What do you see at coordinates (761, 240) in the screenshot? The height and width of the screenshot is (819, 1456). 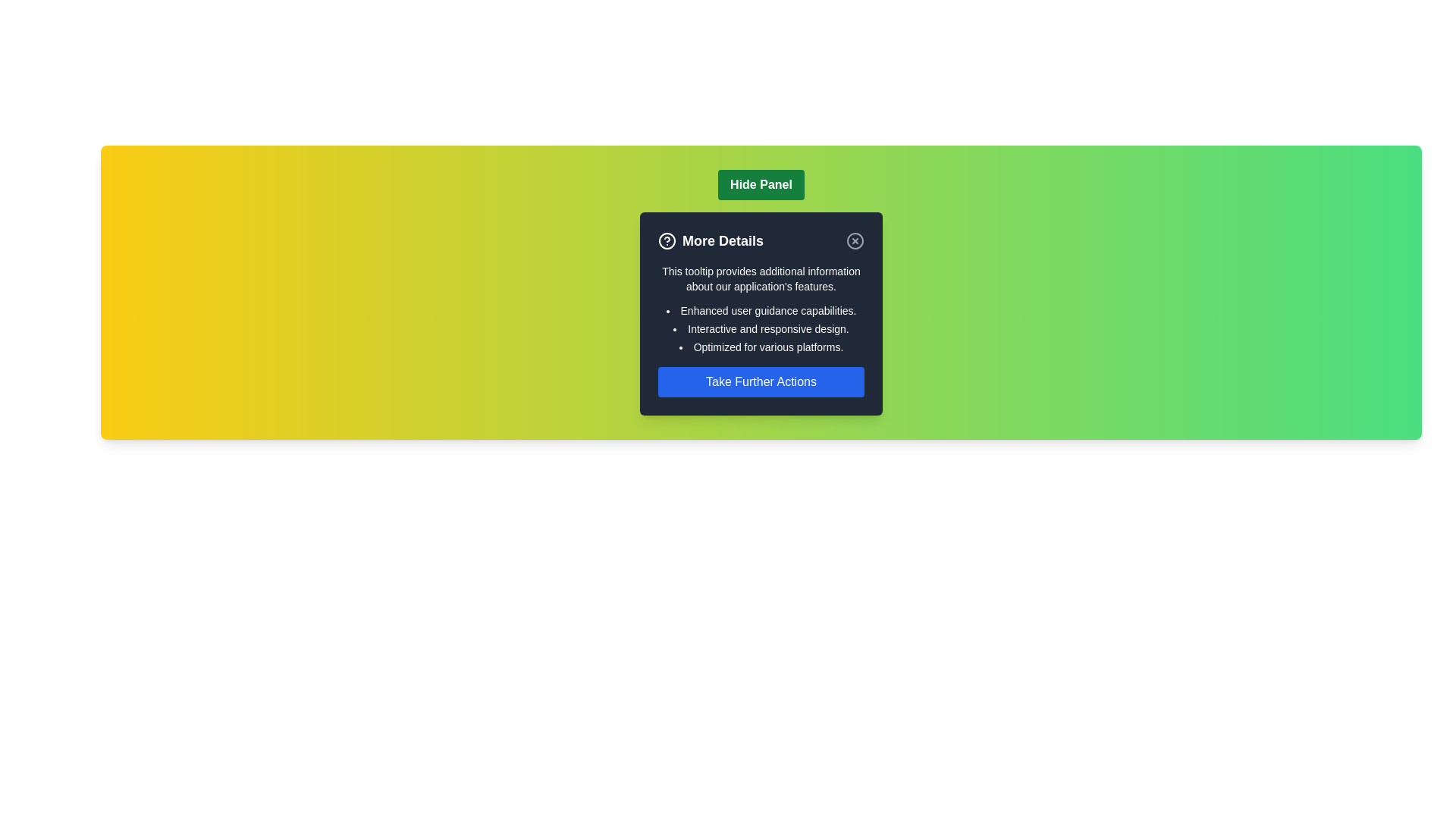 I see `text 'More Details' in the label section that features a question mark icon on the left and a close icon on the right, which is styled with bold typography on a dark background` at bounding box center [761, 240].